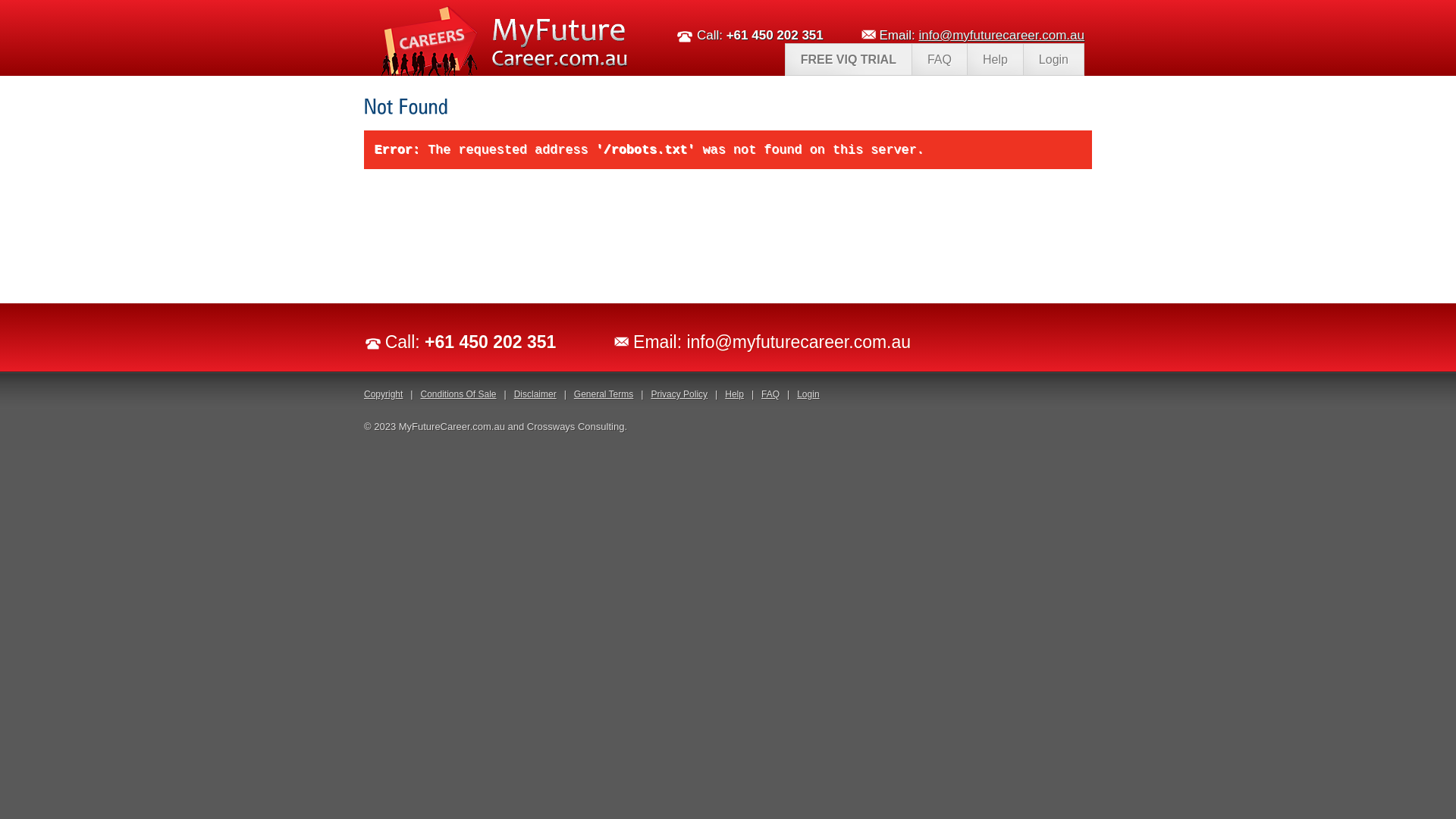  Describe the element at coordinates (994, 58) in the screenshot. I see `'Help'` at that location.